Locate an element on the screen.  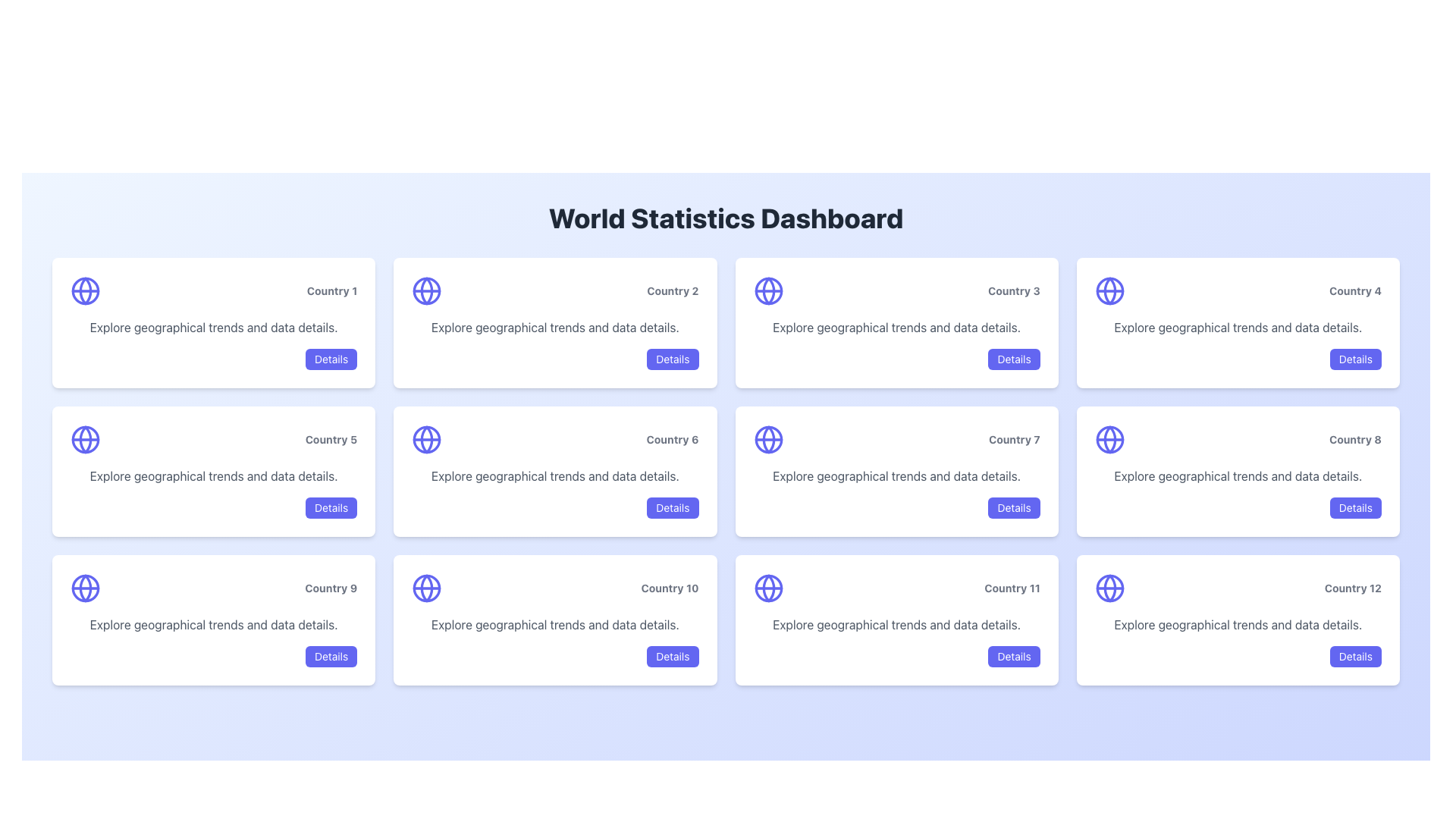
text label that says 'Explore geographical trends and data details.' located below the 'Country 5' label within the first card of the grid layout is located at coordinates (213, 475).